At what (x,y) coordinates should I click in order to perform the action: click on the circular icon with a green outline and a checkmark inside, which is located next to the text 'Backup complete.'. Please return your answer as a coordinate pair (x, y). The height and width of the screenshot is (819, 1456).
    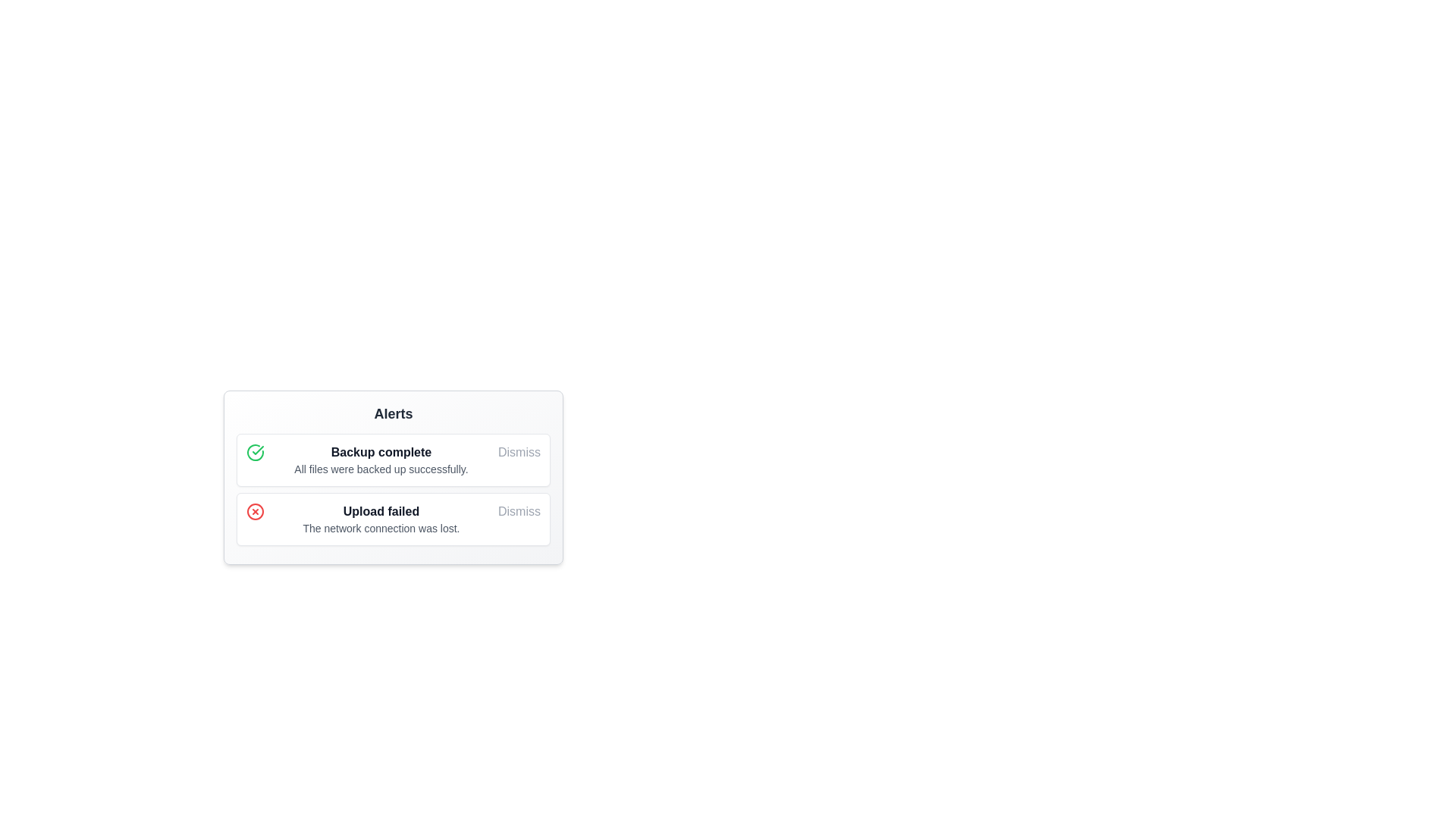
    Looking at the image, I should click on (259, 452).